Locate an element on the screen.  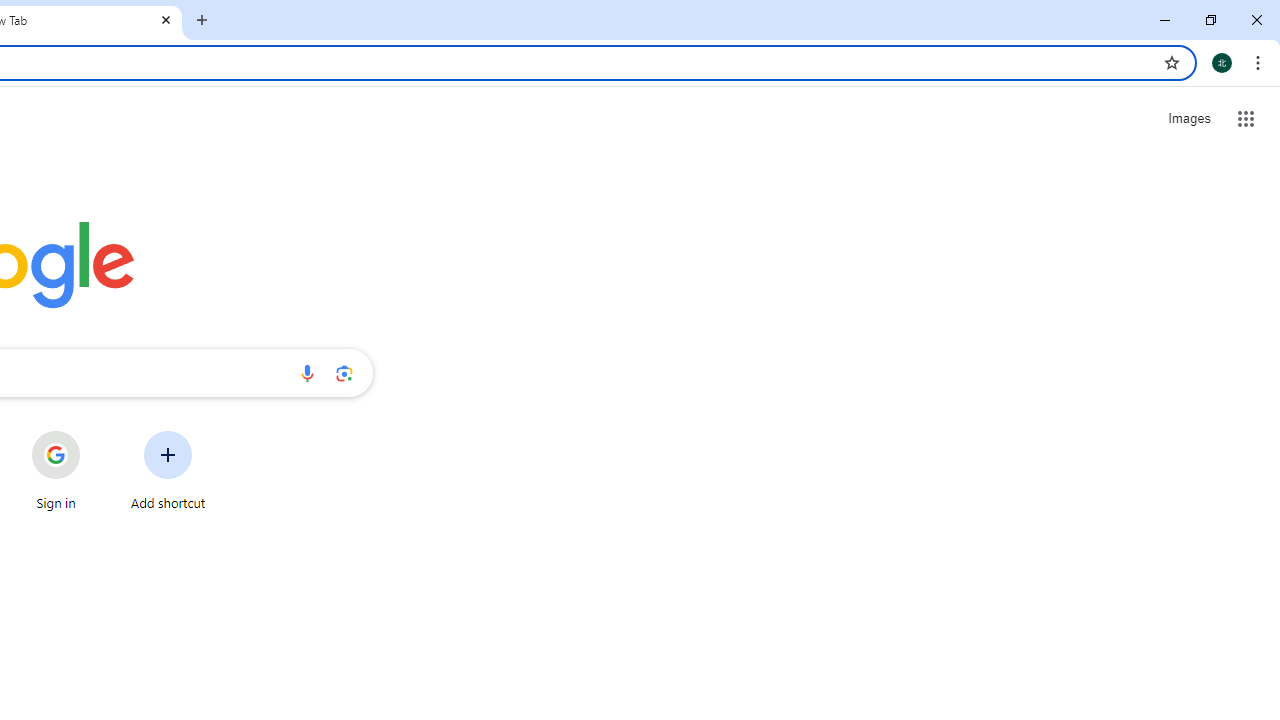
'Close' is located at coordinates (166, 19).